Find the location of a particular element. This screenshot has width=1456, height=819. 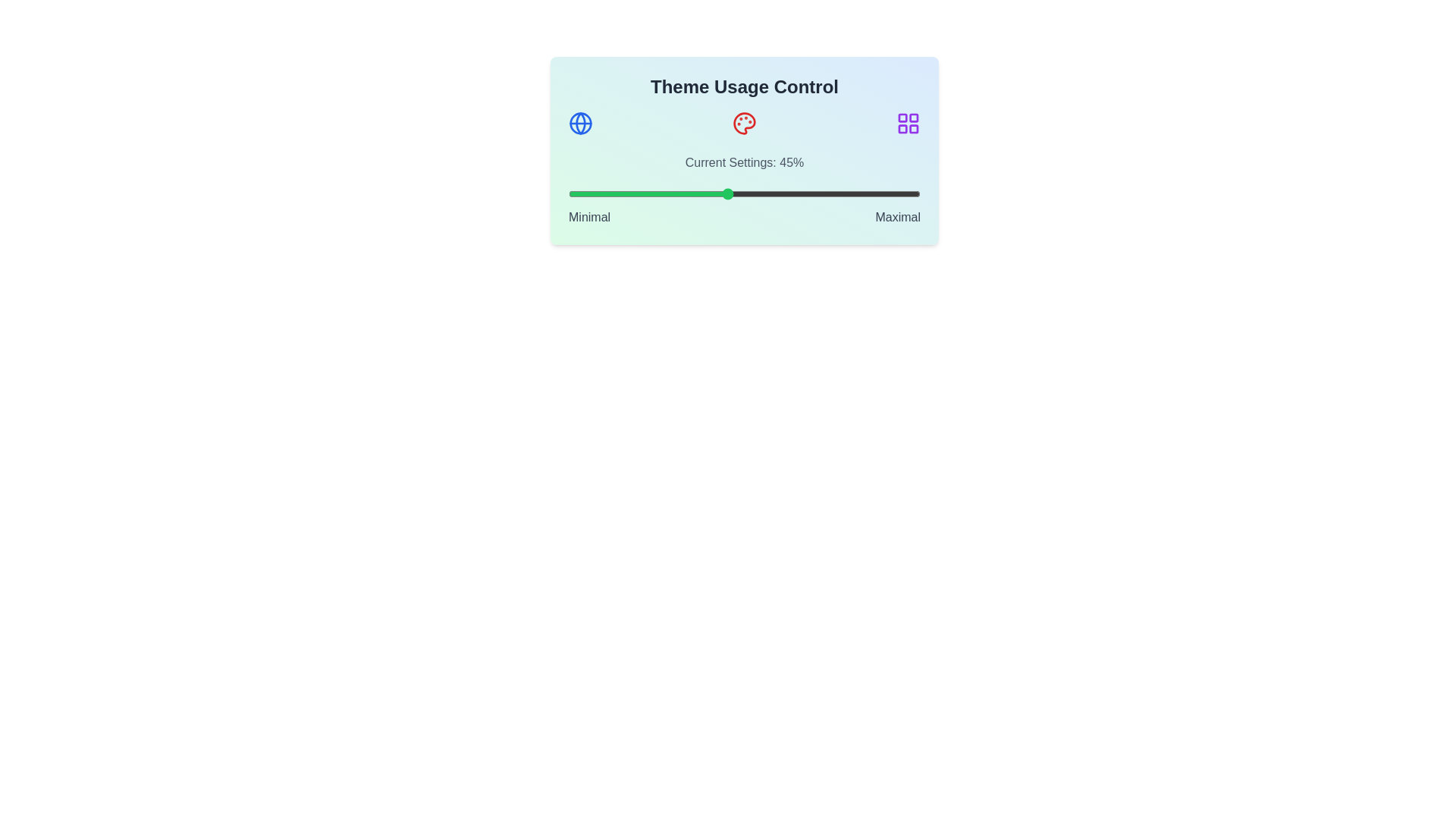

the slider to set the theme usage percentage to 94 is located at coordinates (899, 193).